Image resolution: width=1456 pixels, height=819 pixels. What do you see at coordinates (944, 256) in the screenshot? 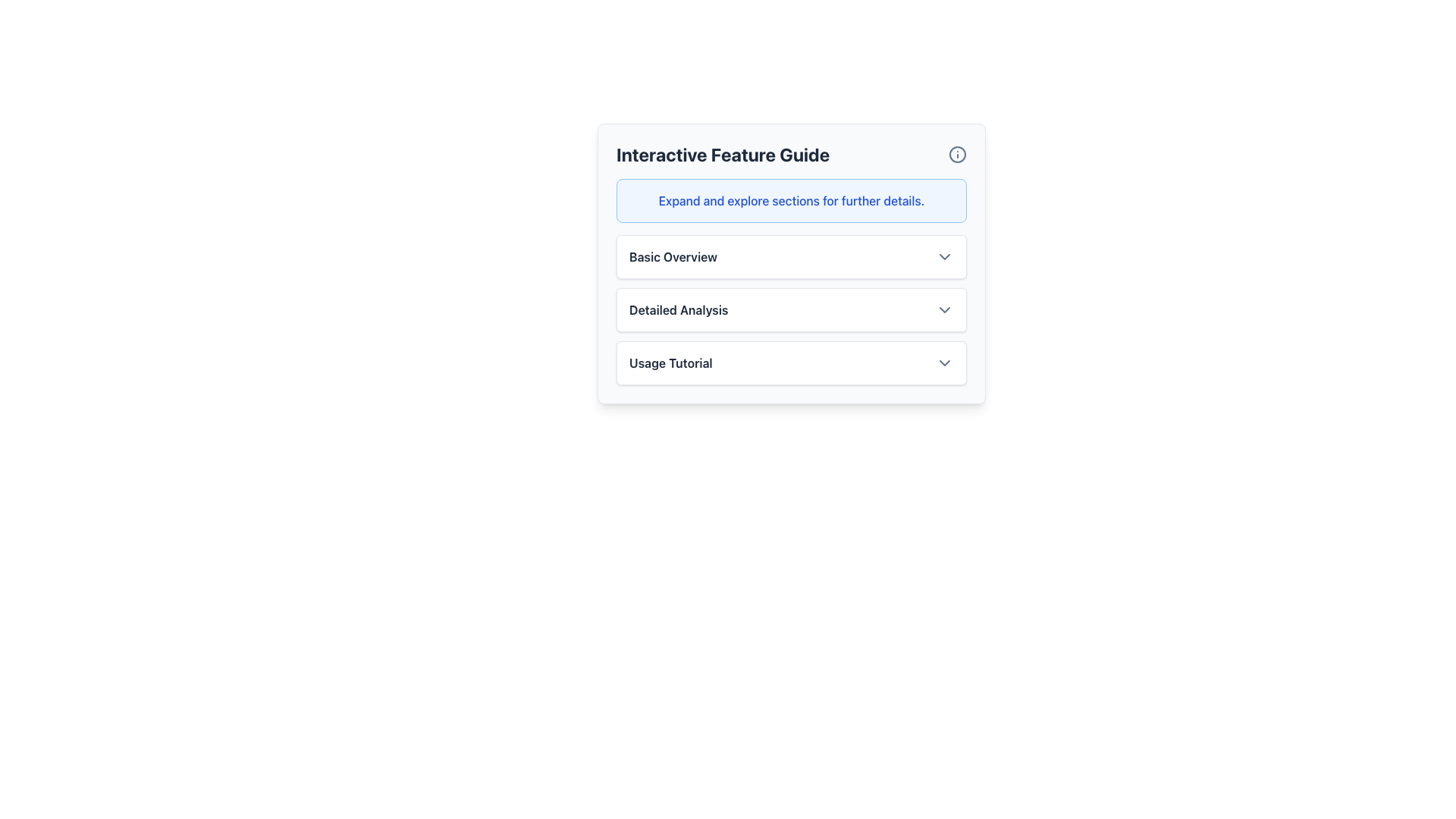
I see `the downwards-pointing chevron icon button styled in slate gray, located near the right edge of the 'Basic Overview' row` at bounding box center [944, 256].